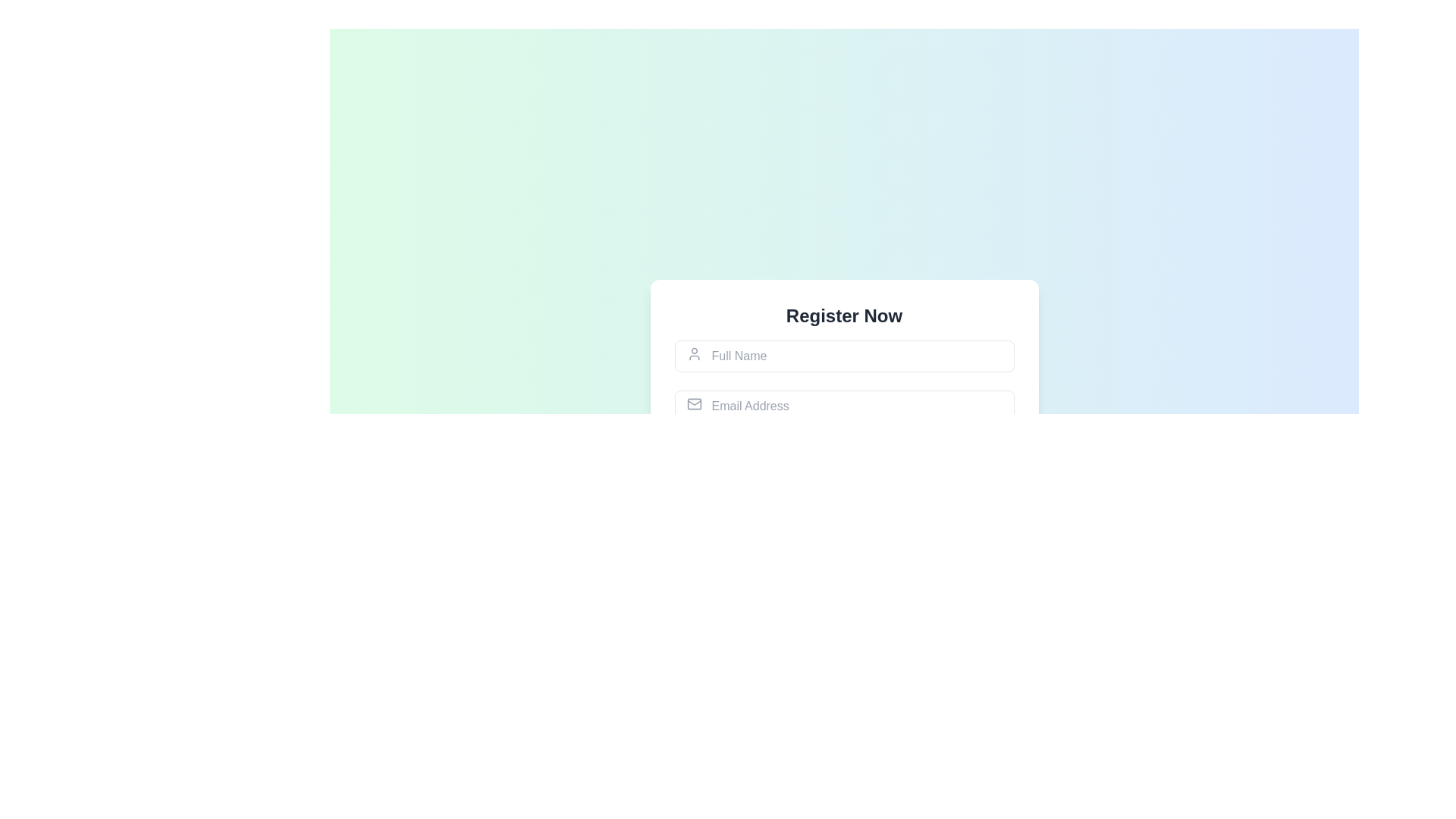 This screenshot has height=819, width=1456. Describe the element at coordinates (693, 403) in the screenshot. I see `the envelope icon representing an email symbol, which is located to the left of the 'Email Address' input field` at that location.